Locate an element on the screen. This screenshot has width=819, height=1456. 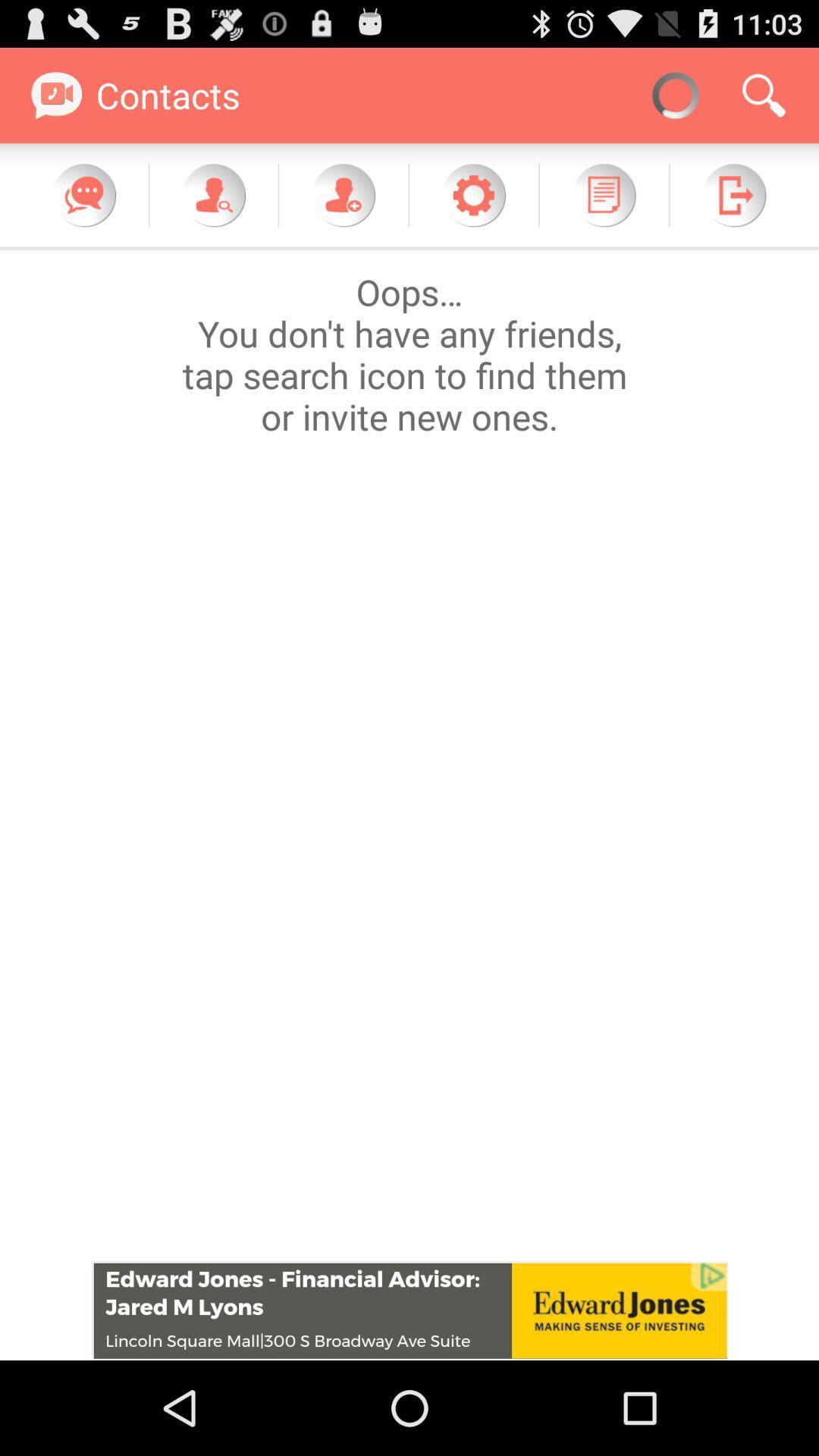
message log is located at coordinates (603, 194).